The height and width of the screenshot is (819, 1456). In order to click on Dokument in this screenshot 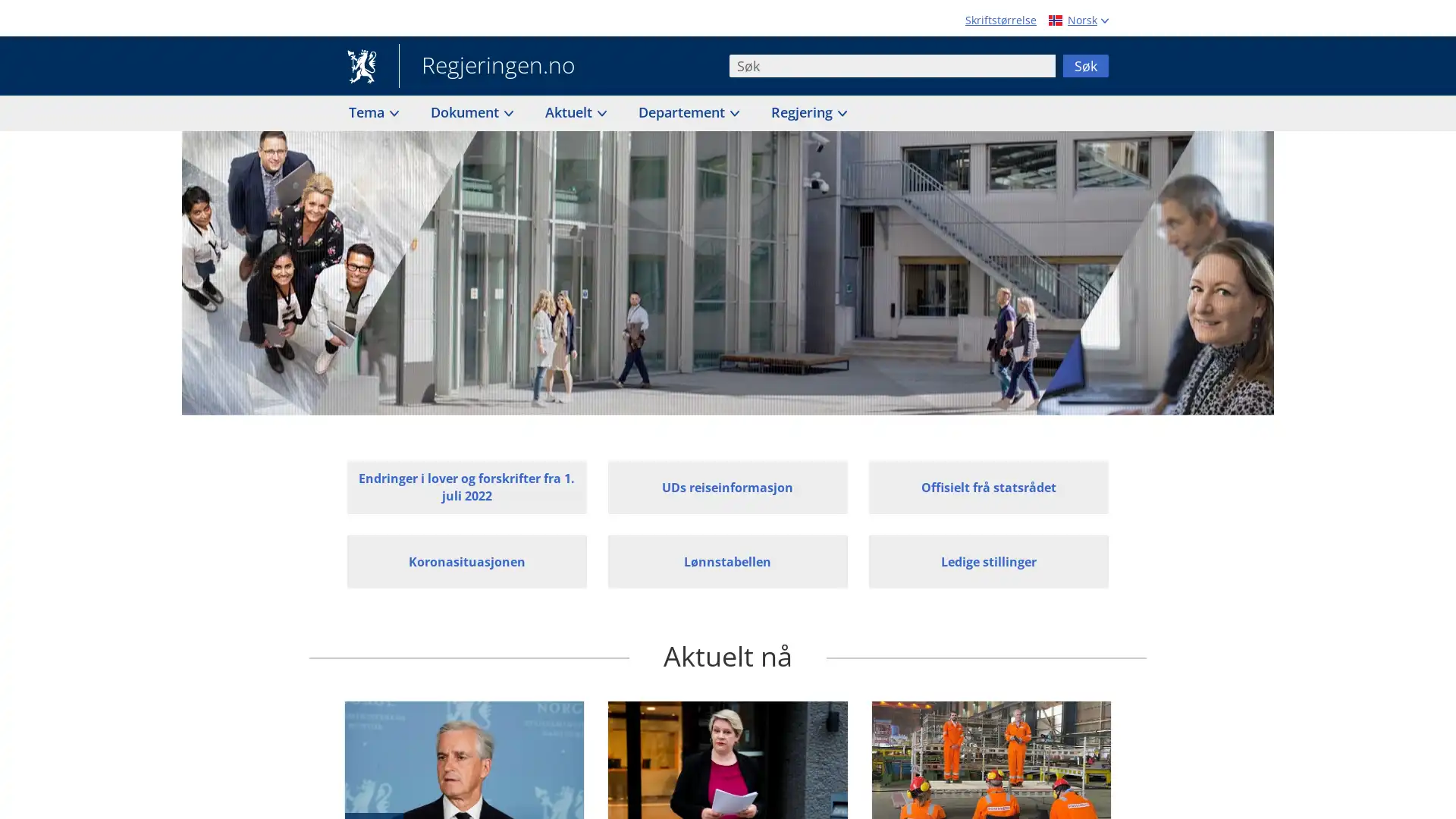, I will do `click(470, 111)`.